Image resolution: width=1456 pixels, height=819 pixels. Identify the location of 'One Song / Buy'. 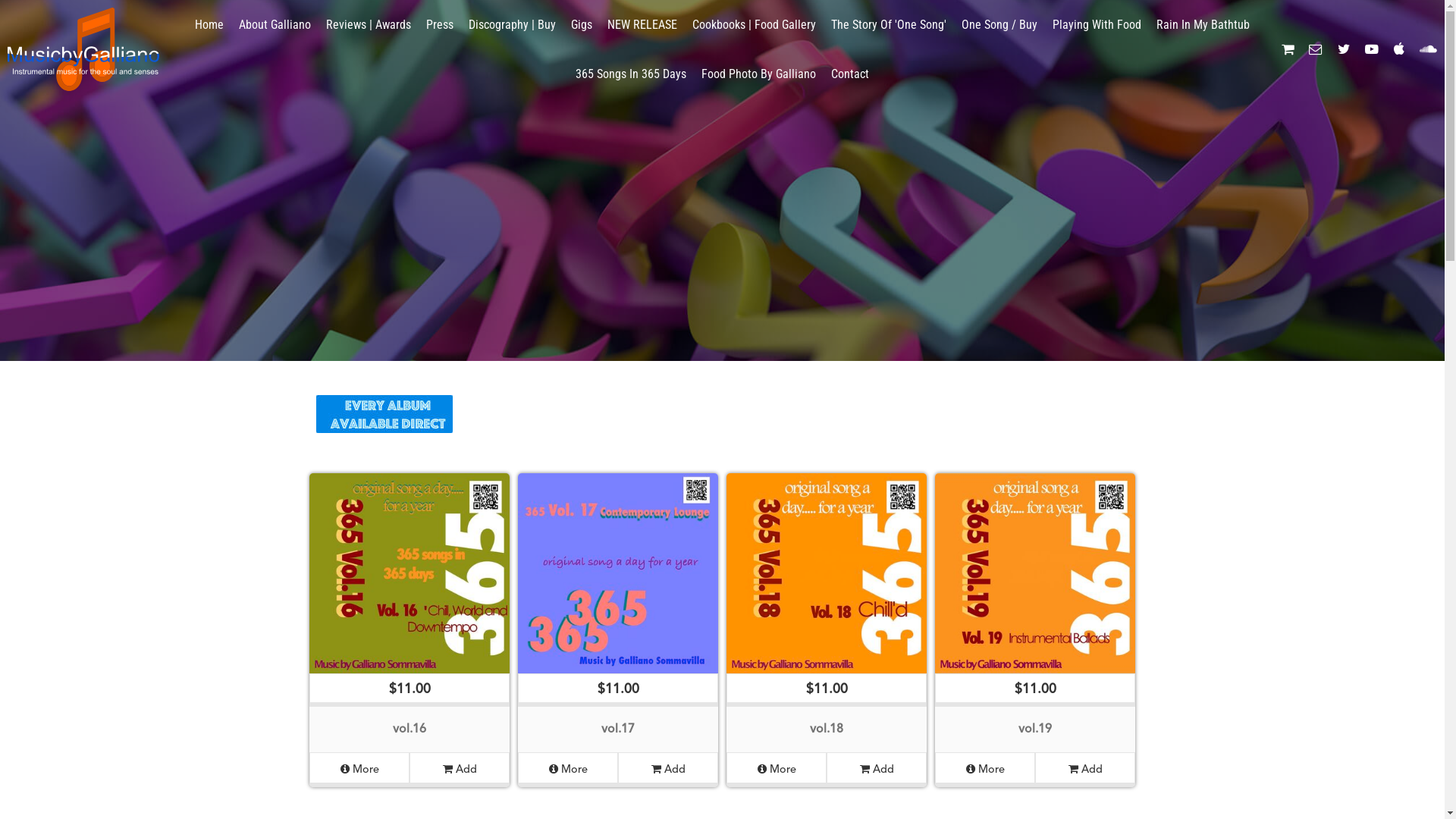
(999, 24).